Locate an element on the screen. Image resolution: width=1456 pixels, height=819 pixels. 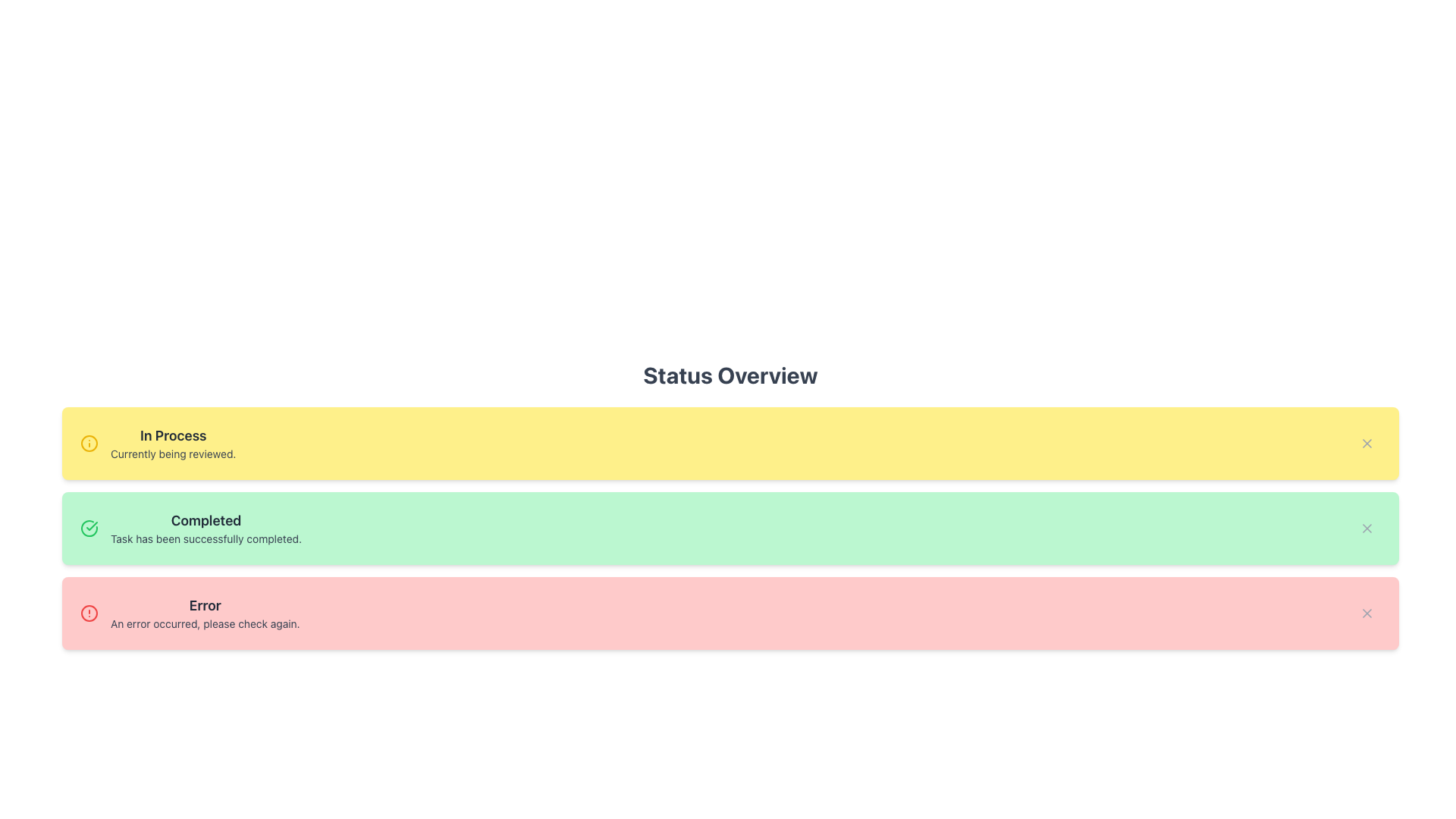
the close button located at the top-right corner of the yellow notification card labeled 'In Process' to change its color is located at coordinates (1367, 444).